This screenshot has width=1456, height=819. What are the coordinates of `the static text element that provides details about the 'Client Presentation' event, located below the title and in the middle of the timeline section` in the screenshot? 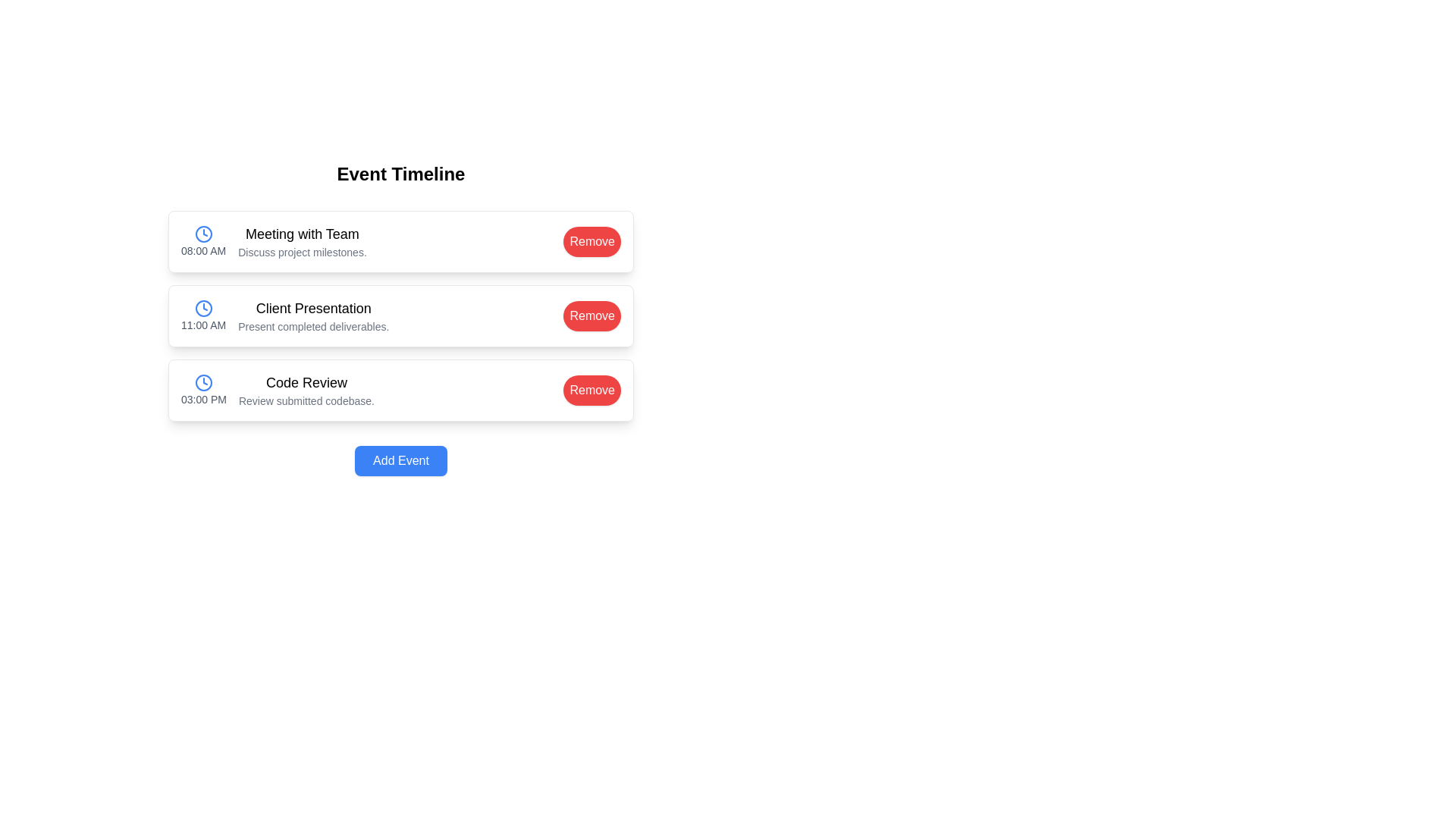 It's located at (312, 326).